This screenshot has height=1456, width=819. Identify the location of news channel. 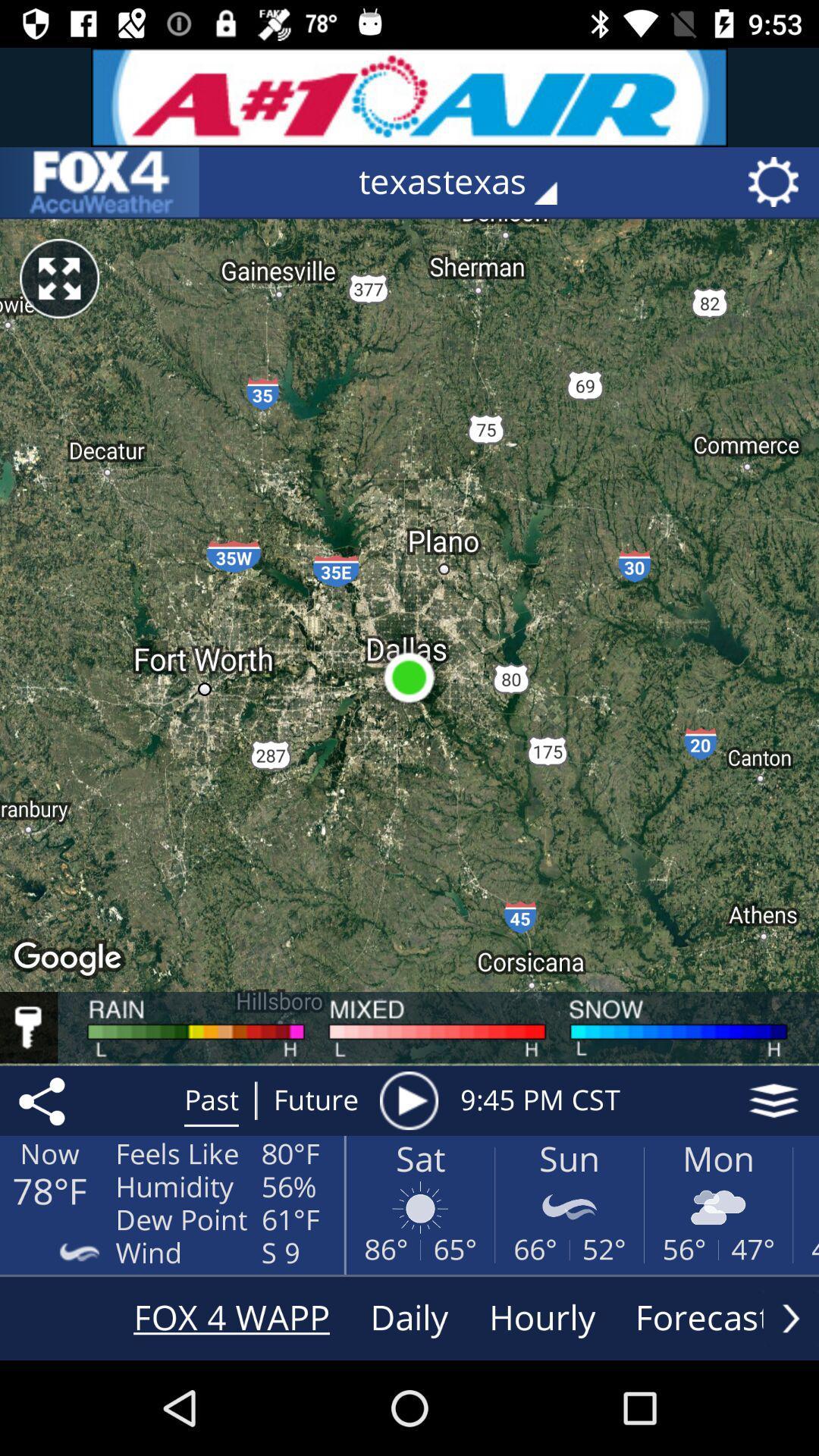
(99, 182).